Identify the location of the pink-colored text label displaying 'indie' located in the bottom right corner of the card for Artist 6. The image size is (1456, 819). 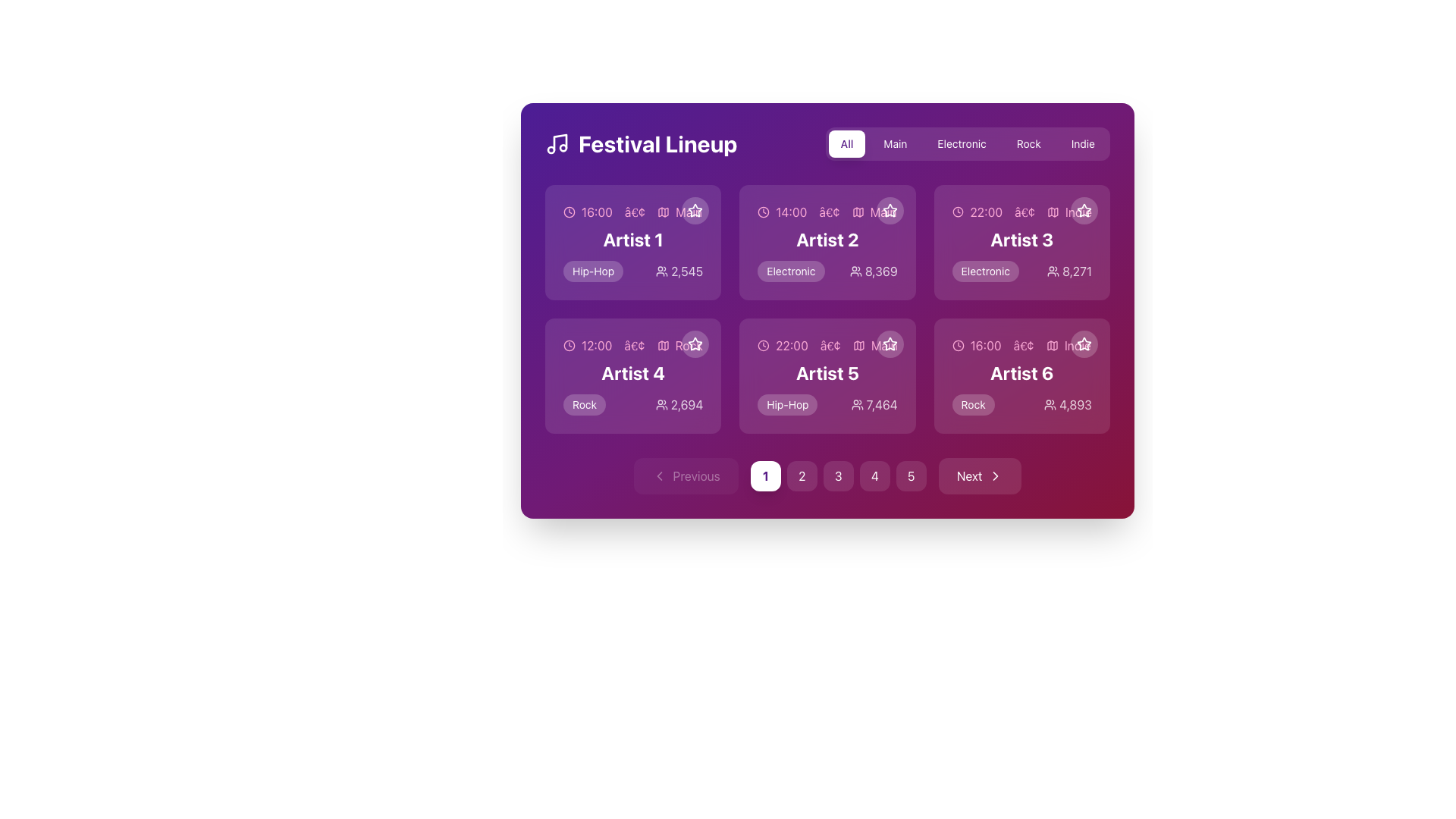
(1077, 345).